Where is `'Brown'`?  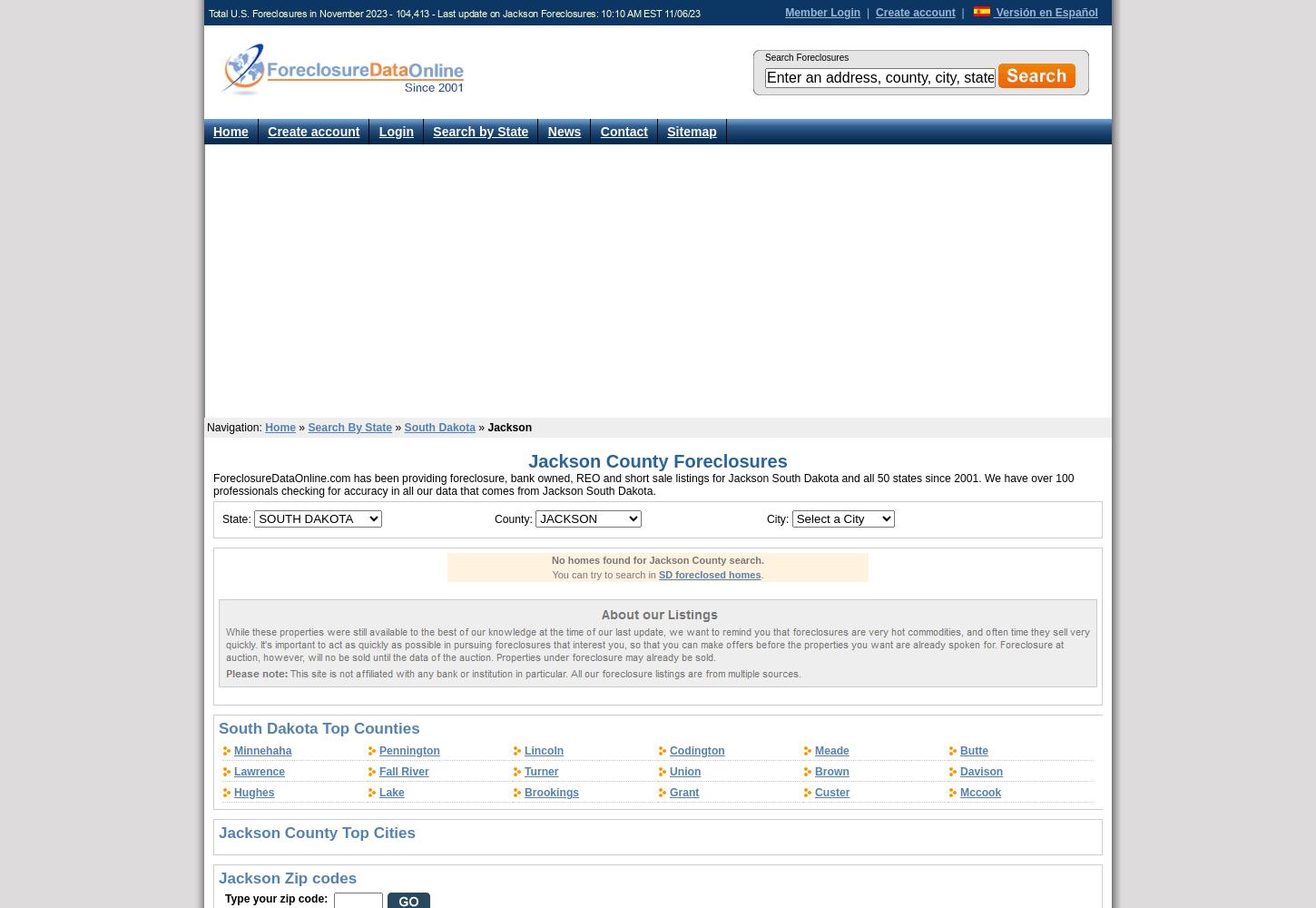
'Brown' is located at coordinates (830, 771).